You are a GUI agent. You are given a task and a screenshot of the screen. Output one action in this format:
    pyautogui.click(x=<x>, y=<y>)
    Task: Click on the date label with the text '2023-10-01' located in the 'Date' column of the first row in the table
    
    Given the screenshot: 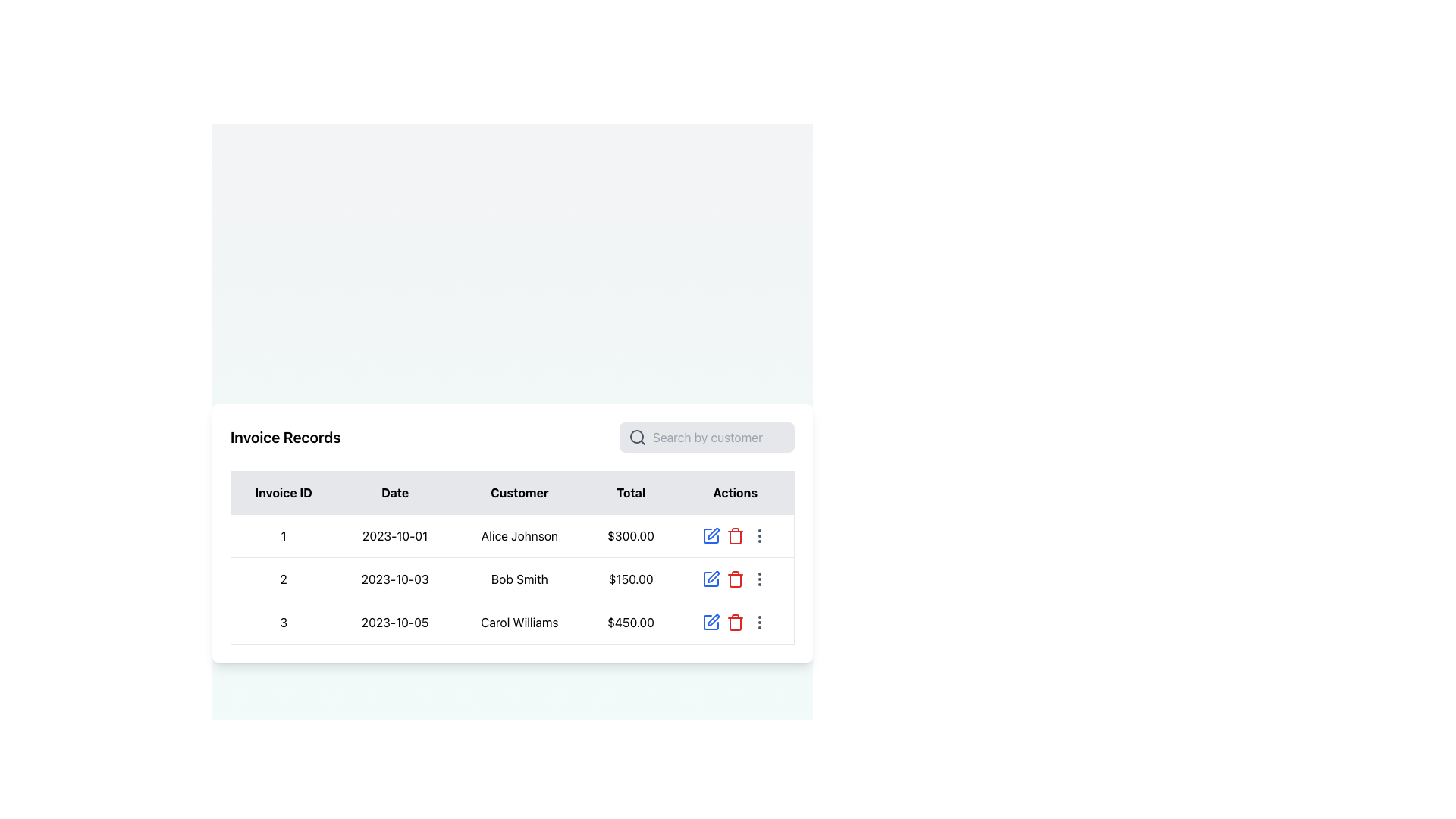 What is the action you would take?
    pyautogui.click(x=395, y=535)
    